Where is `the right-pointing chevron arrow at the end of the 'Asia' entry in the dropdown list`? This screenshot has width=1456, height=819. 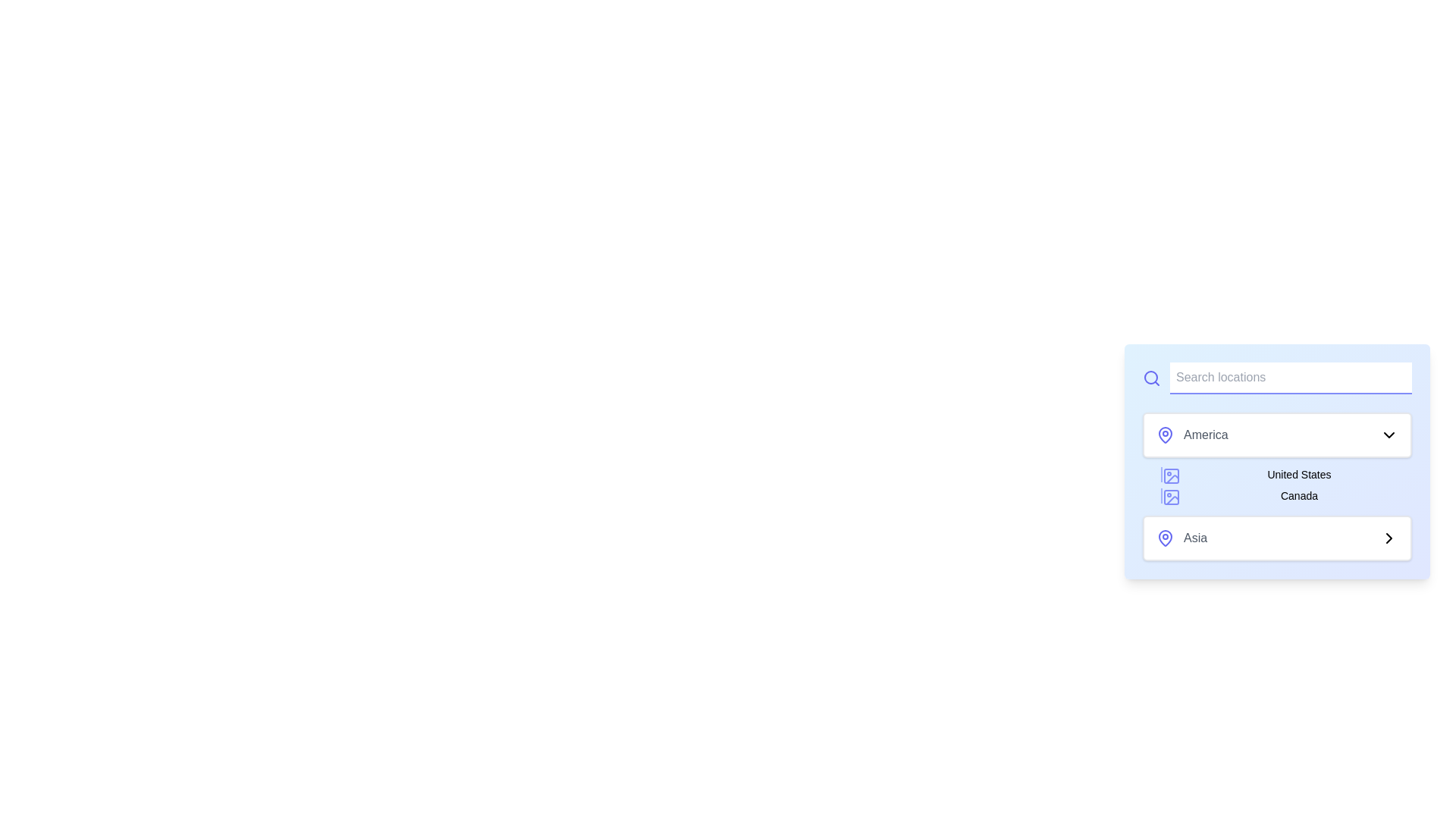 the right-pointing chevron arrow at the end of the 'Asia' entry in the dropdown list is located at coordinates (1389, 537).